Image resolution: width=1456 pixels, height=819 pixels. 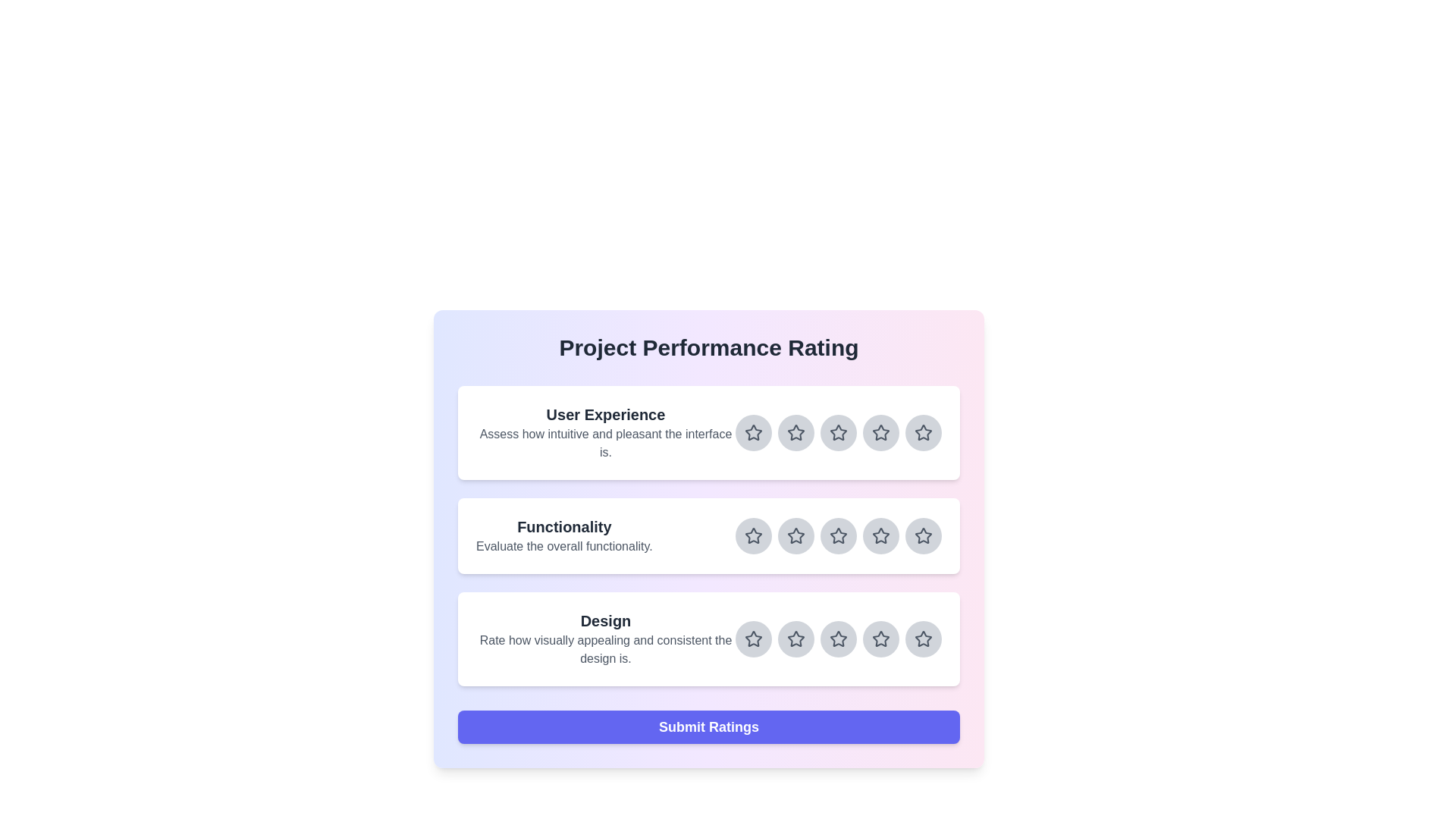 I want to click on the 'Submit Ratings' button to submit the ratings, so click(x=708, y=726).